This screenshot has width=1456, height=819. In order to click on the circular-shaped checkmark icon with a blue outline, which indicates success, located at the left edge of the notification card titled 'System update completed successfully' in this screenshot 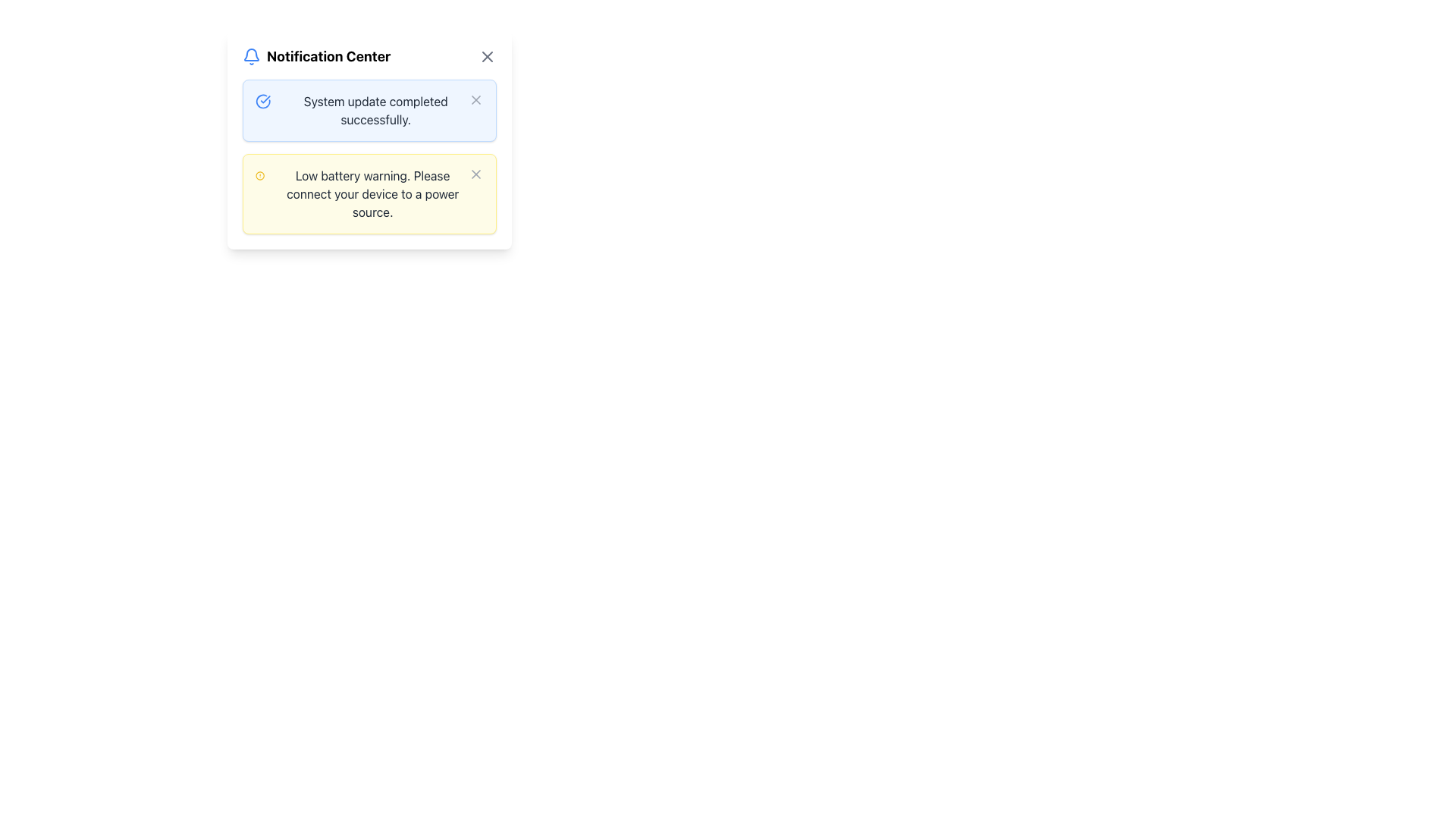, I will do `click(263, 102)`.